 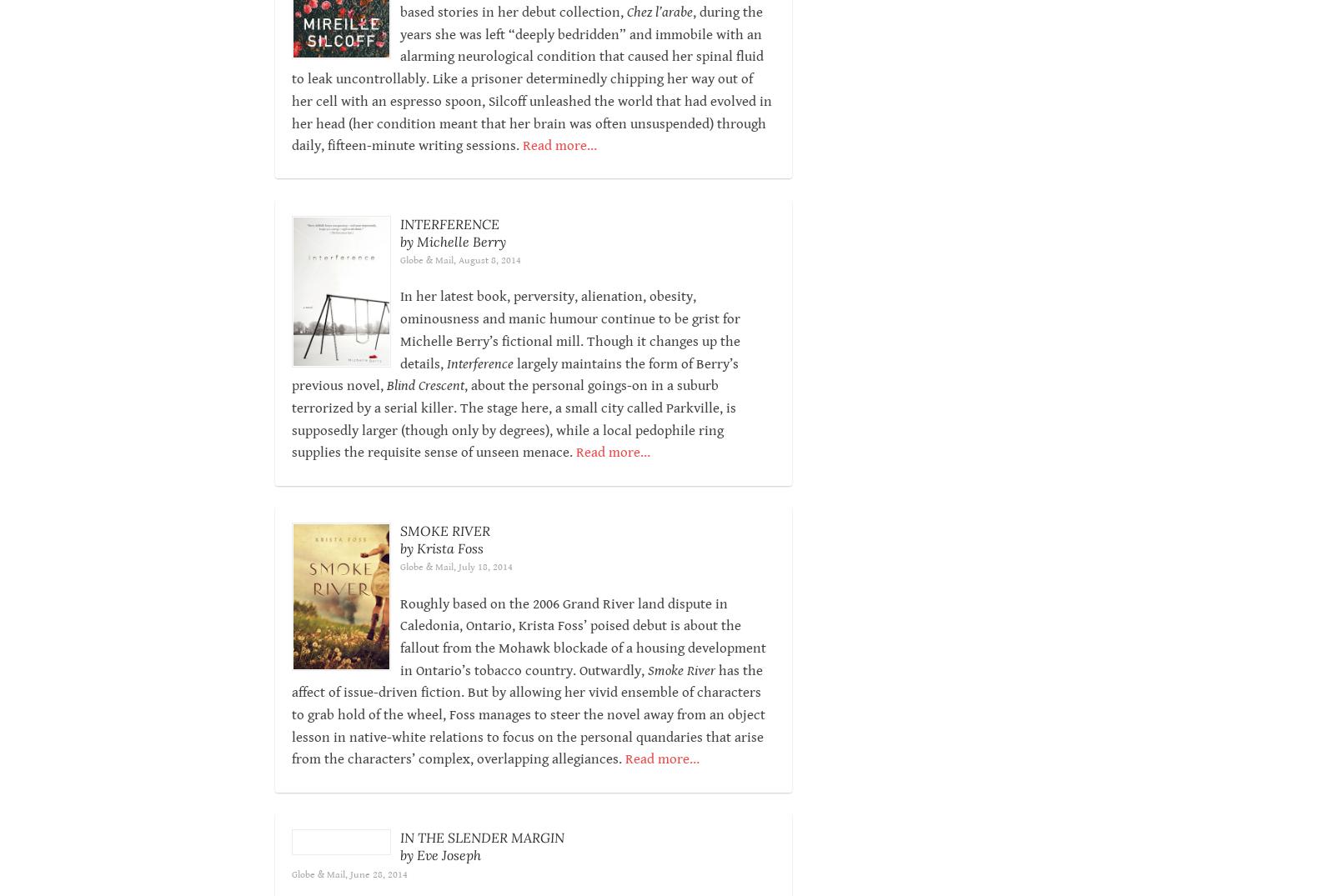 I want to click on 'by Krista Foss', so click(x=439, y=570).